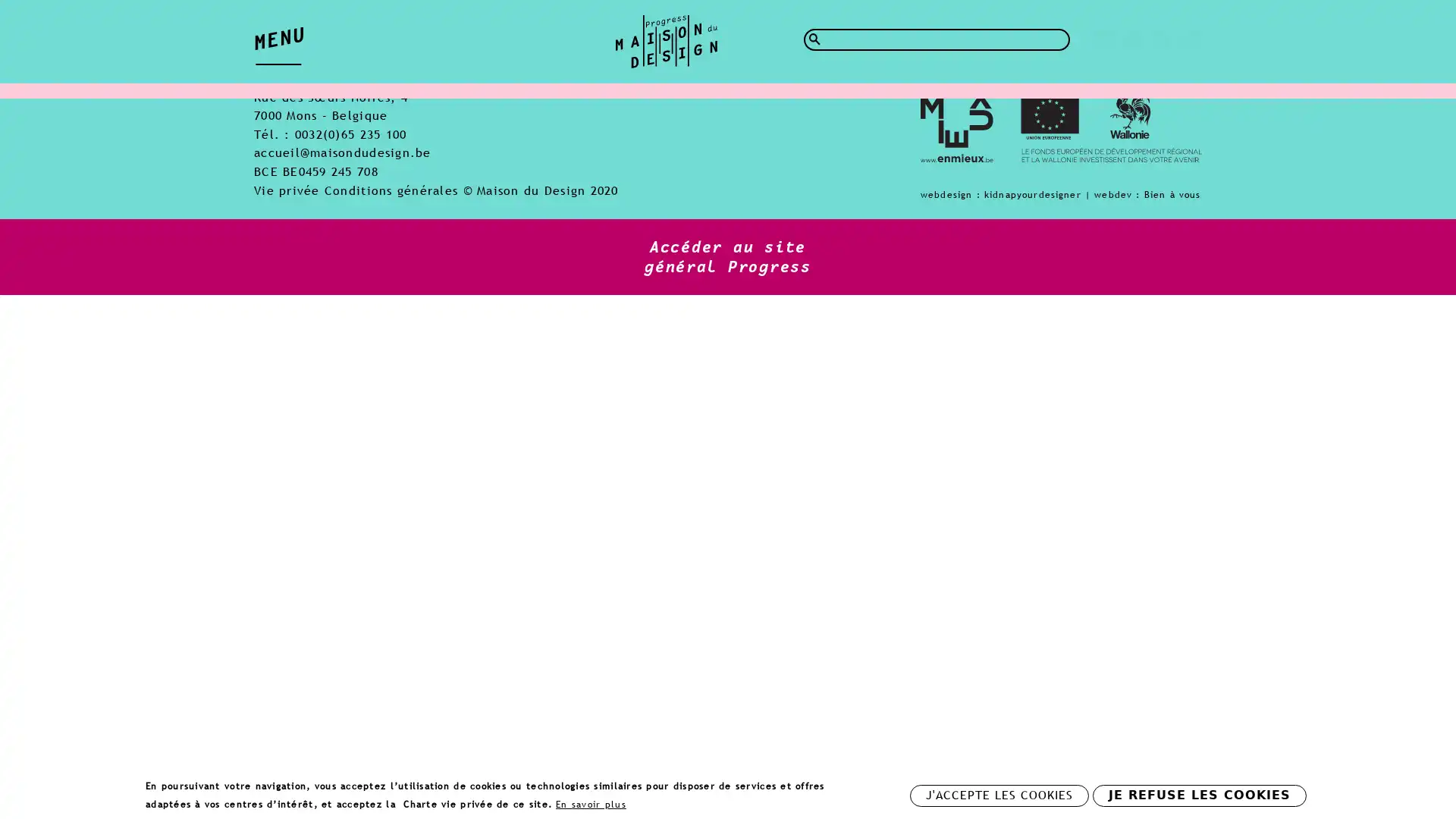  What do you see at coordinates (1199, 795) in the screenshot?
I see `JE REFUSE LES COOKIES` at bounding box center [1199, 795].